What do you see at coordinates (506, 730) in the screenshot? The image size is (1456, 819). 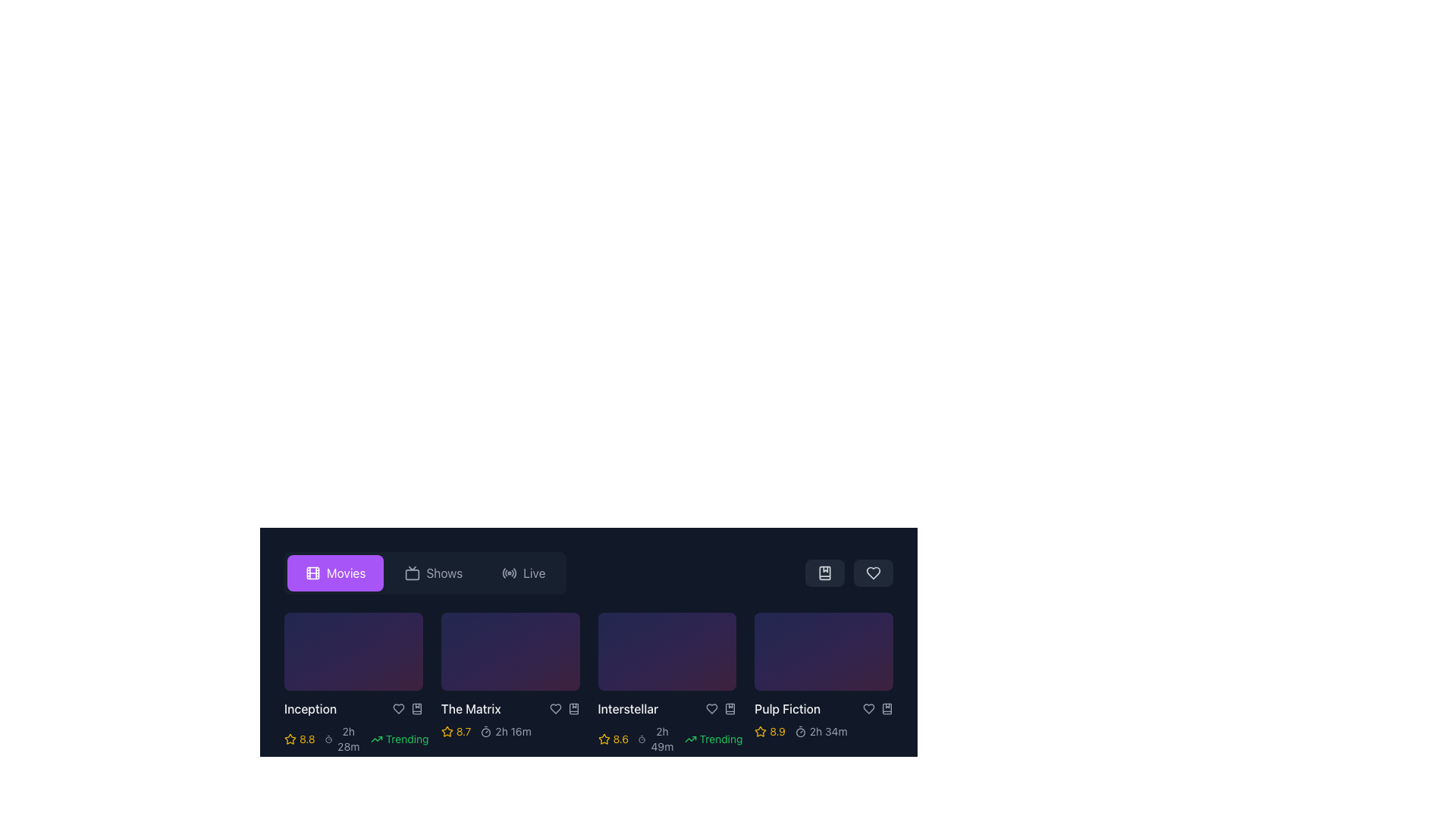 I see `the text label displaying the duration of the movie 'The Matrix', which is positioned to the right of the yellow rating number and star icon in the details section` at bounding box center [506, 730].